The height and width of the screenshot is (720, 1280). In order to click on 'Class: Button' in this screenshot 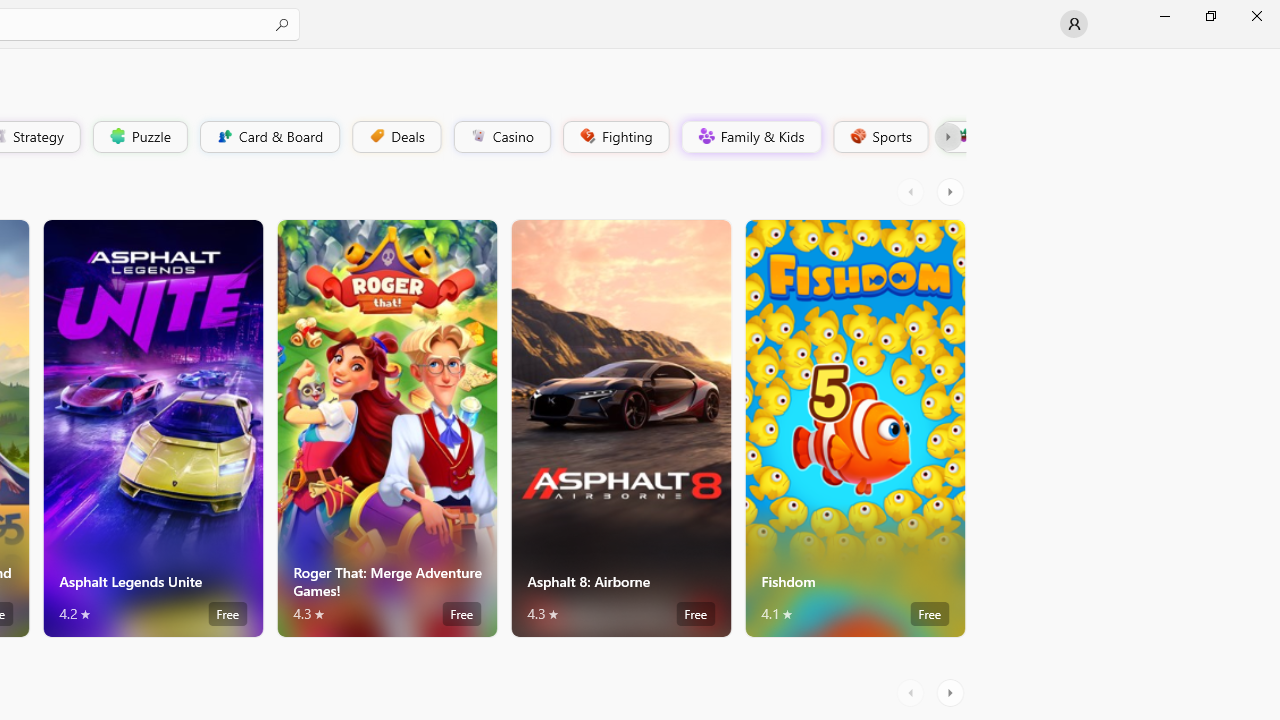, I will do `click(946, 135)`.